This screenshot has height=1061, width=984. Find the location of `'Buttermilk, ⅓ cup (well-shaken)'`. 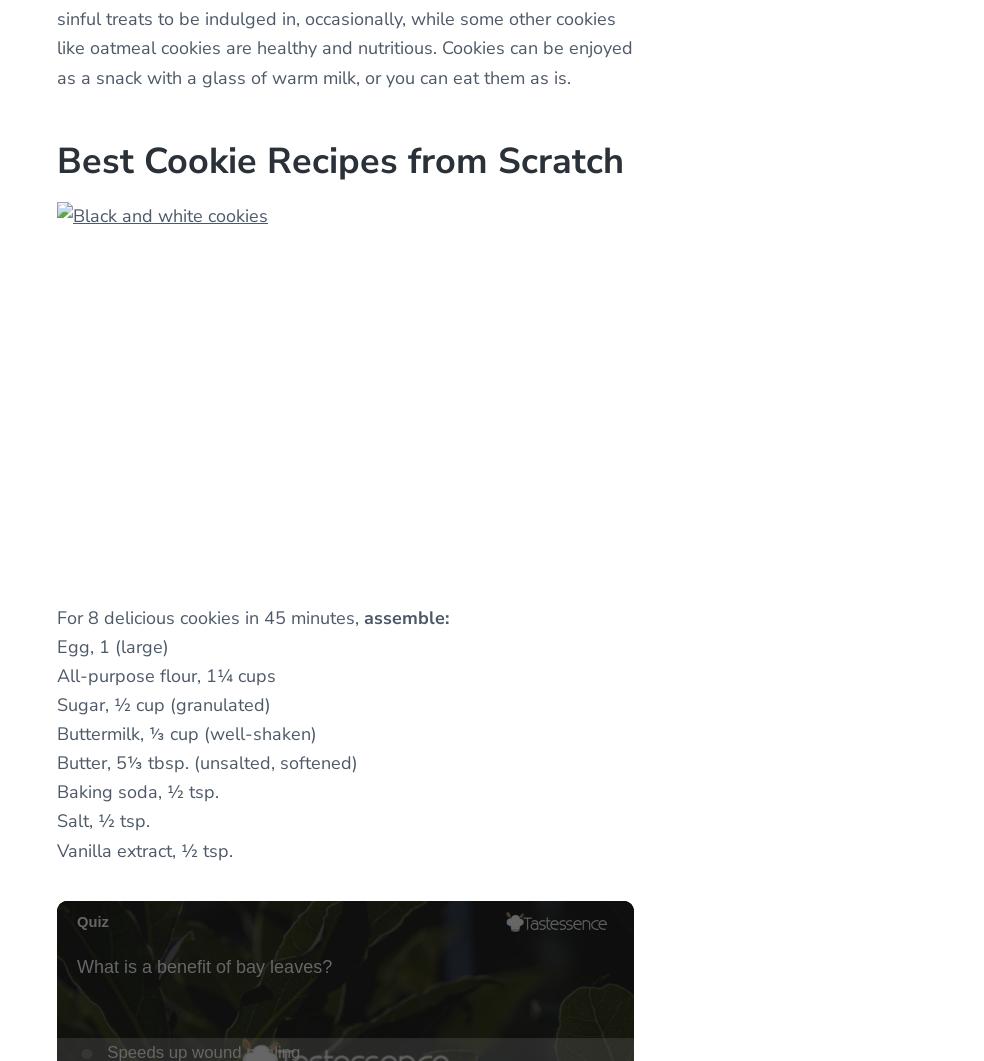

'Buttermilk, ⅓ cup (well-shaken)' is located at coordinates (186, 733).